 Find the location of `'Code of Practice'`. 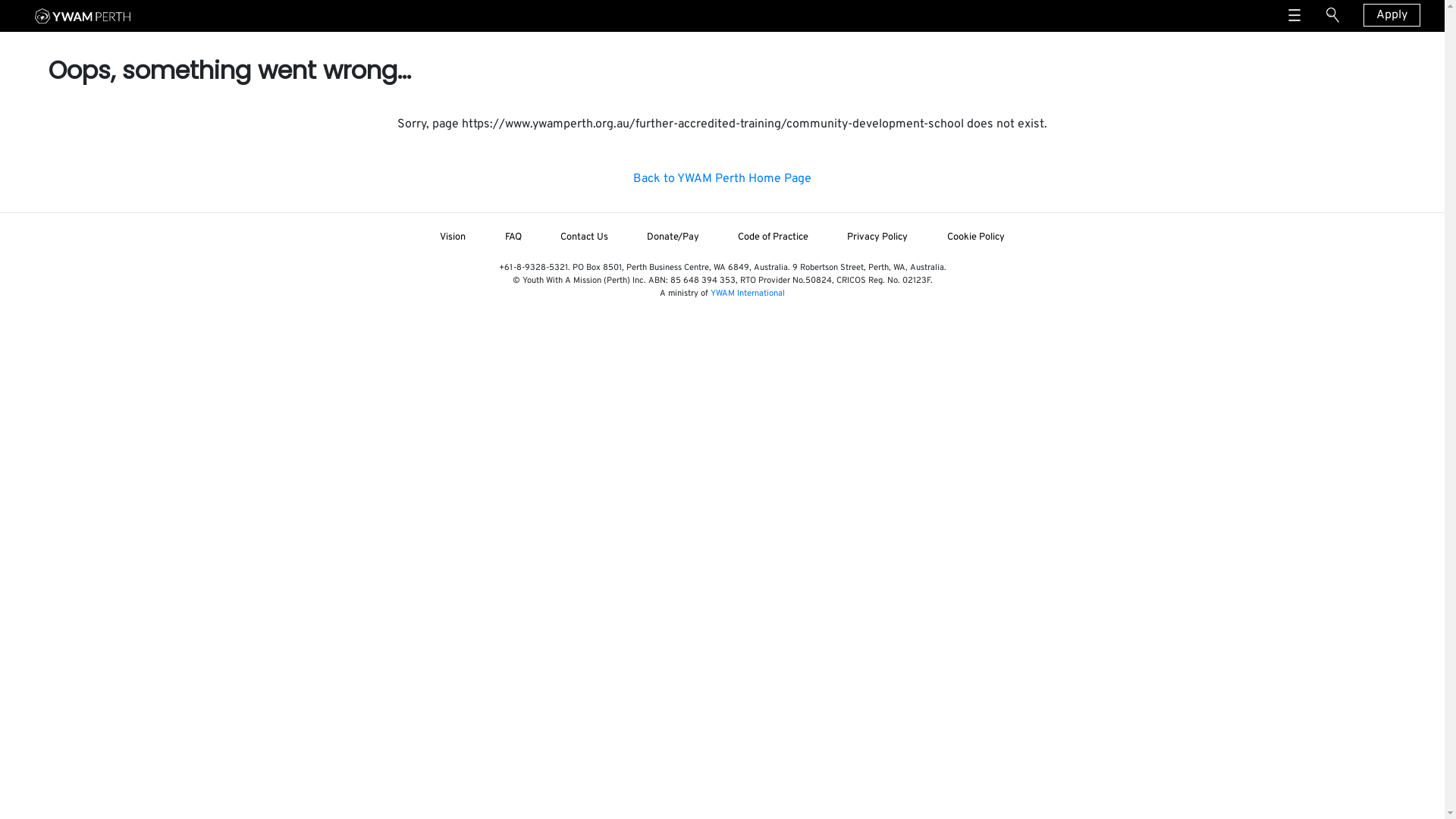

'Code of Practice' is located at coordinates (773, 237).